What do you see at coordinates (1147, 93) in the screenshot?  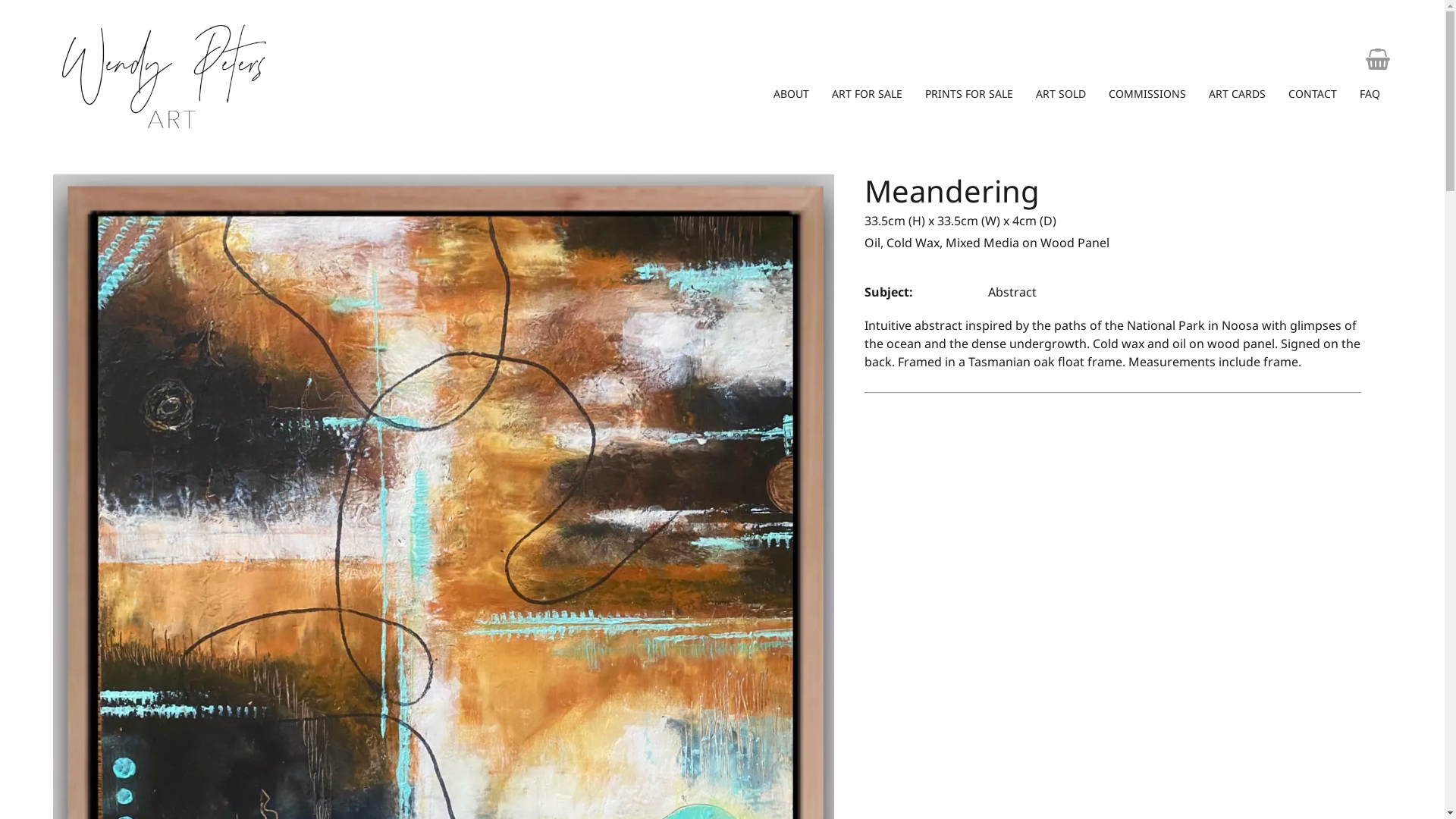 I see `'COMMISSIONS'` at bounding box center [1147, 93].